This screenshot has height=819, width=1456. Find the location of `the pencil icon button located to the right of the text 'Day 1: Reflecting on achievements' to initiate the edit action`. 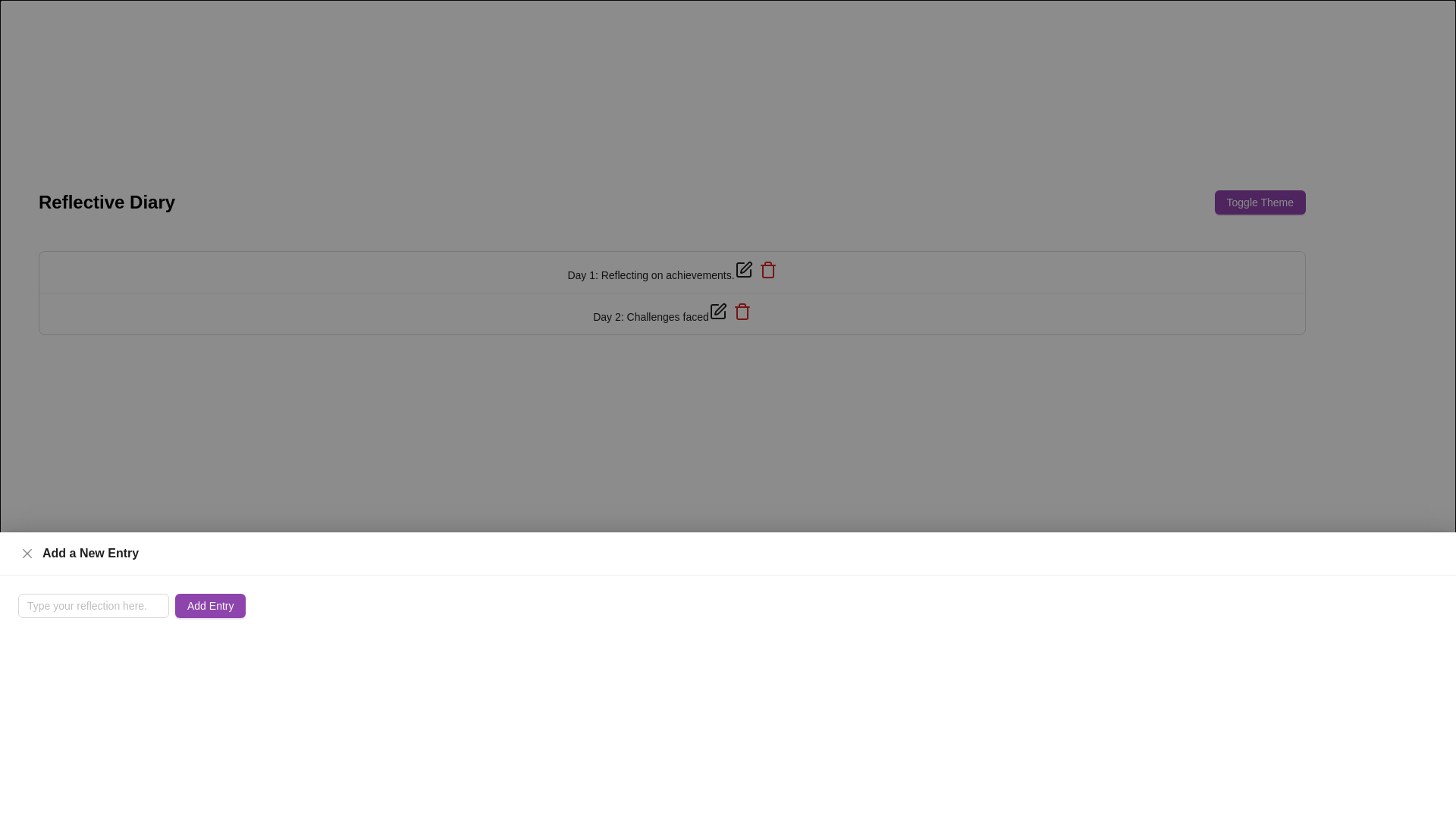

the pencil icon button located to the right of the text 'Day 1: Reflecting on achievements' to initiate the edit action is located at coordinates (743, 268).